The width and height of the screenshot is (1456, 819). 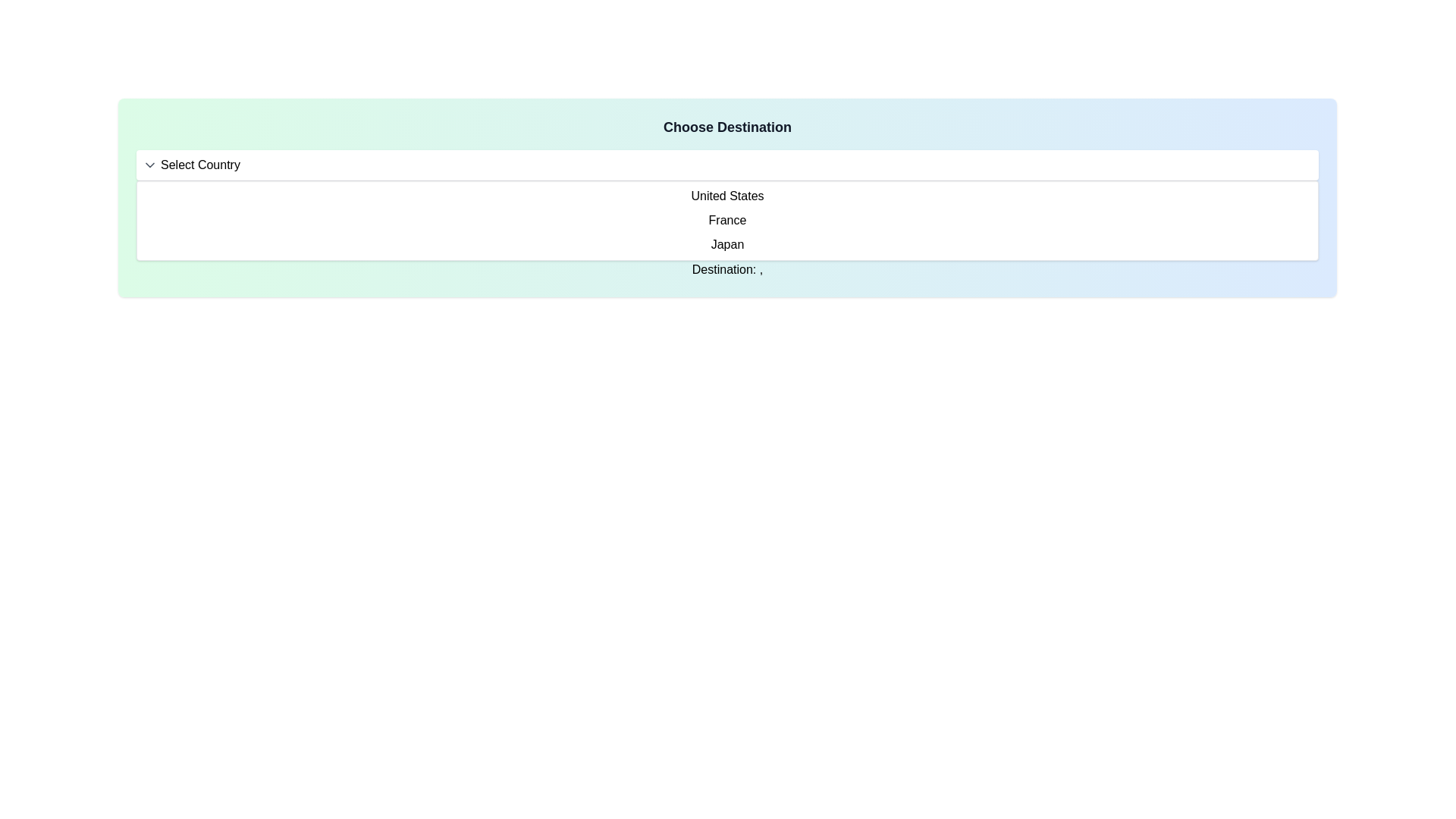 What do you see at coordinates (726, 195) in the screenshot?
I see `the first selectable list item labeled 'United States' in the country selection menu` at bounding box center [726, 195].